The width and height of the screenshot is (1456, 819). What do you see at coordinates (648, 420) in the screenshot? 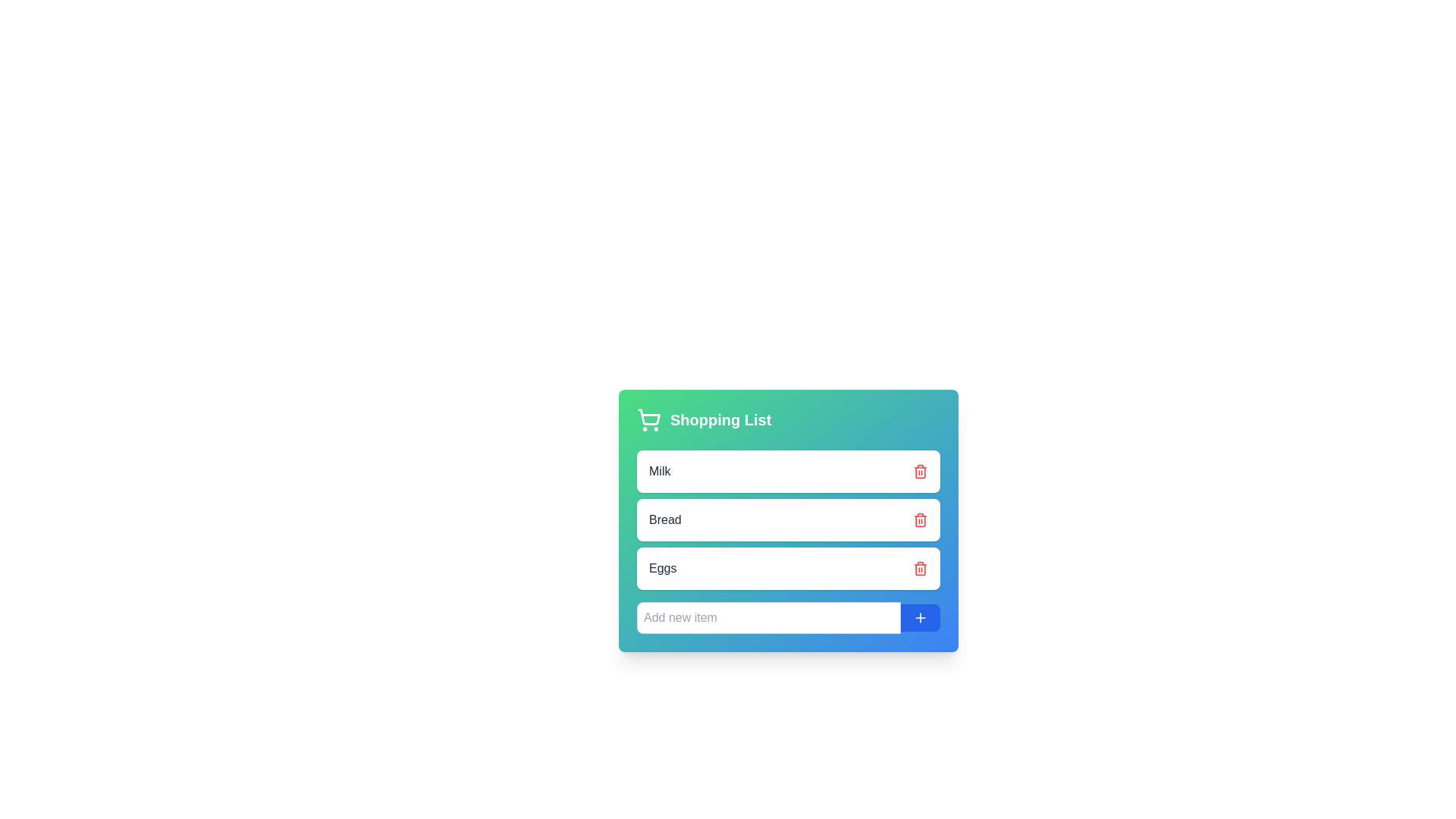
I see `the shopping cart icon with a green background and white stroke lines, located slightly to the left of the 'Shopping List' text, in the header area` at bounding box center [648, 420].